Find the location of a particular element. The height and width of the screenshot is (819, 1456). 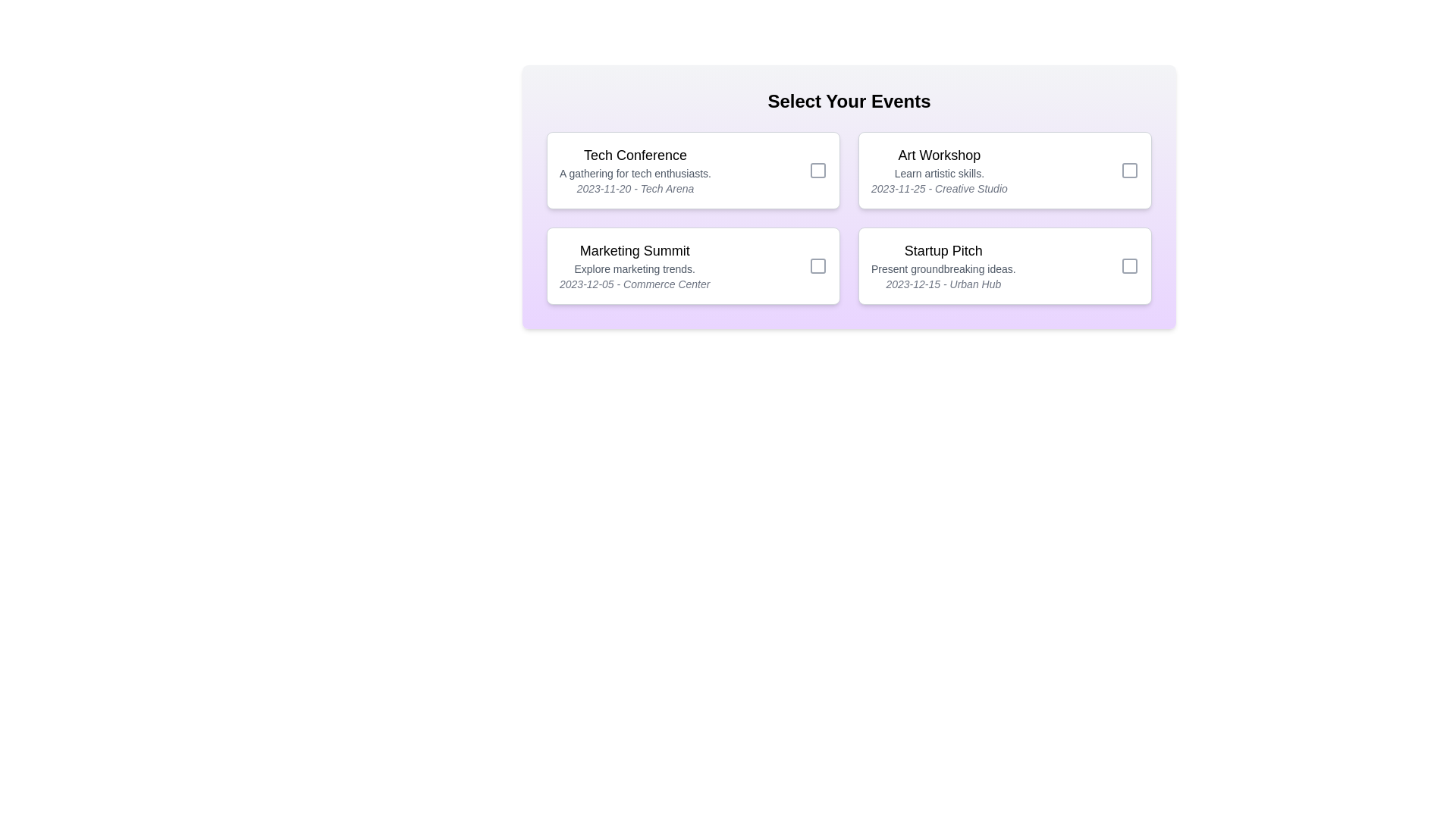

the card corresponding to Startup Pitch is located at coordinates (1005, 265).